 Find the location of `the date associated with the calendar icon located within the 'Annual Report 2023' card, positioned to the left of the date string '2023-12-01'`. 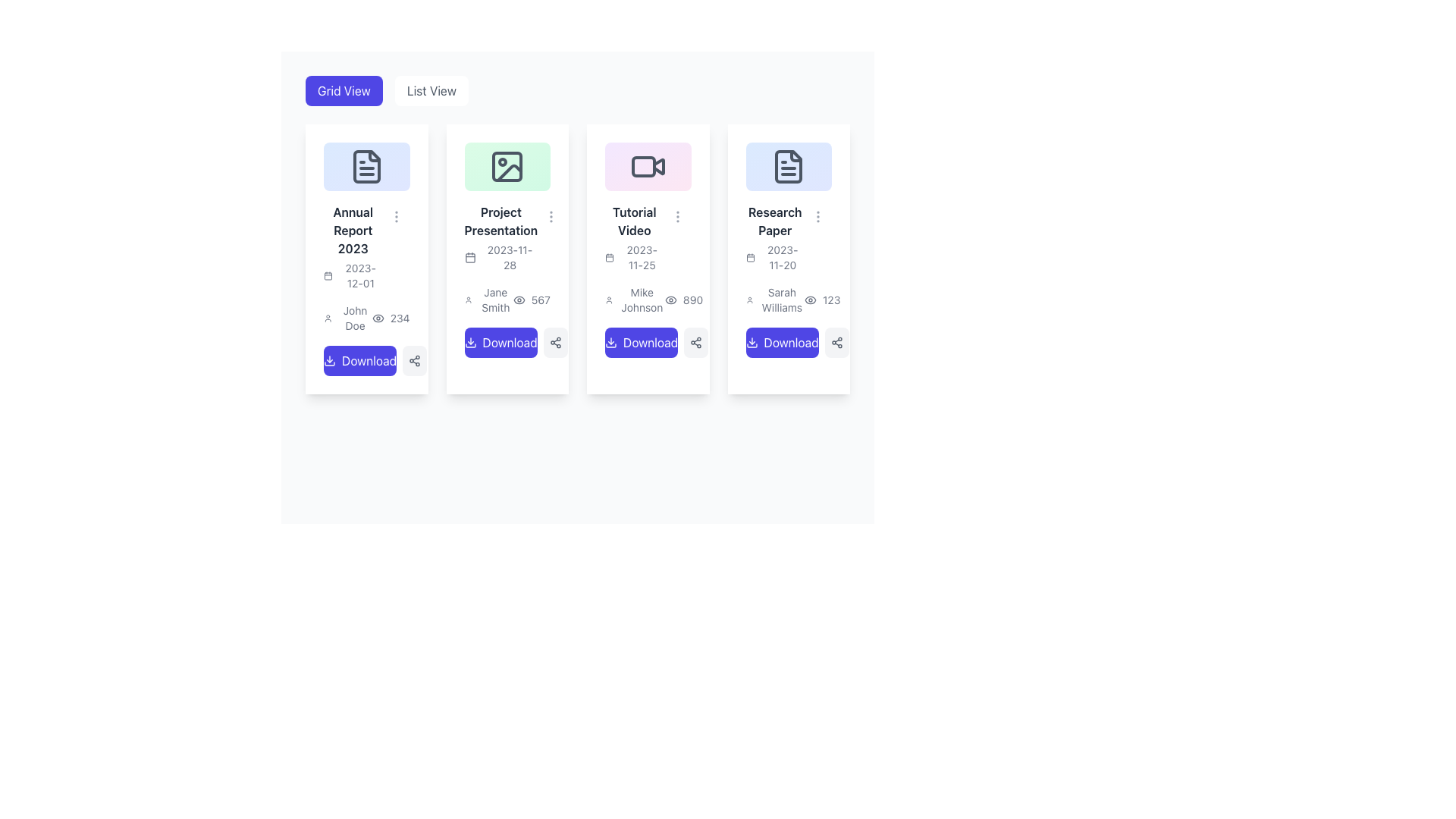

the date associated with the calendar icon located within the 'Annual Report 2023' card, positioned to the left of the date string '2023-12-01' is located at coordinates (327, 275).